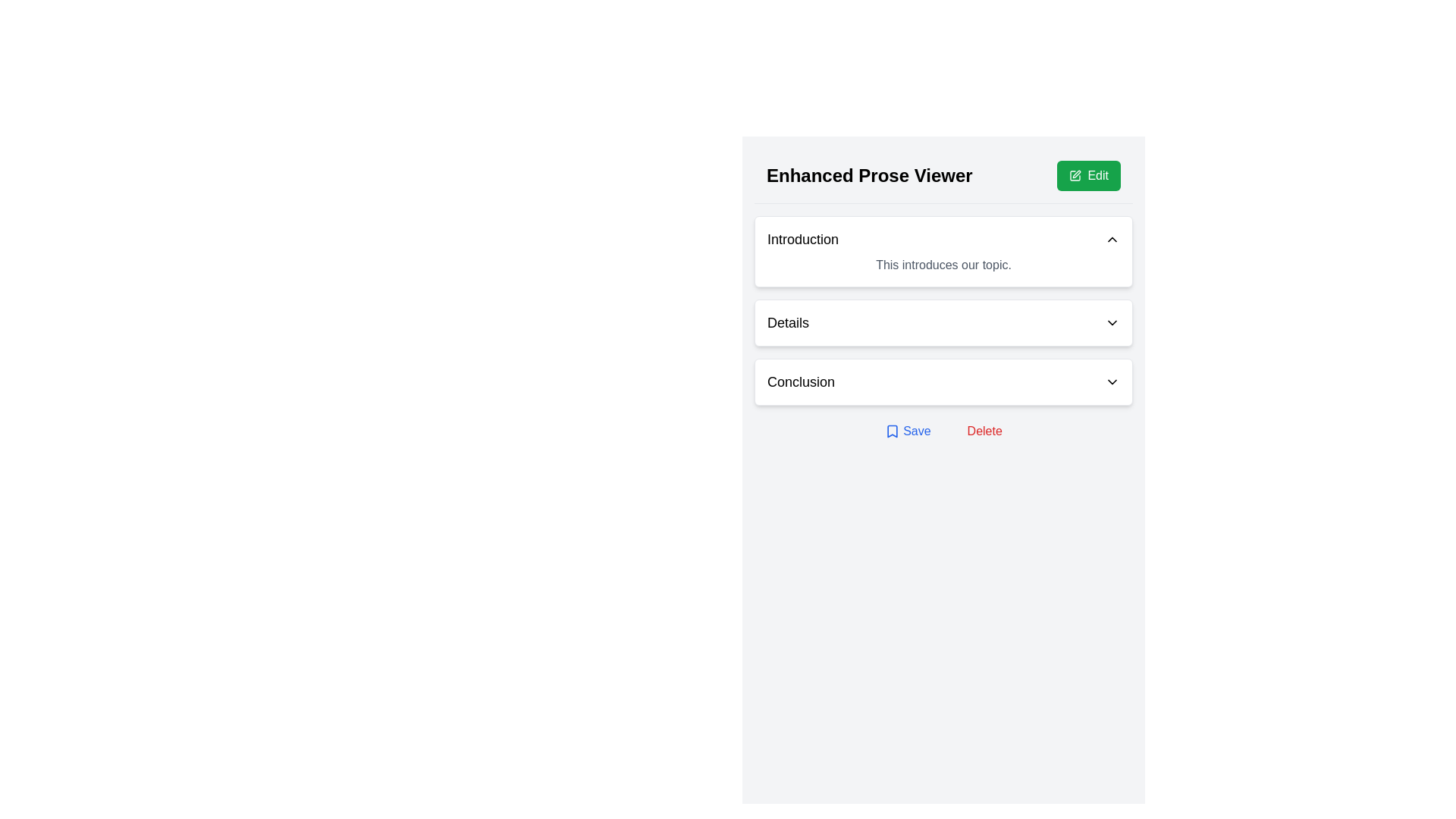  Describe the element at coordinates (1112, 381) in the screenshot. I see `the SVG icon located to the right of the 'Conclusion' text` at that location.